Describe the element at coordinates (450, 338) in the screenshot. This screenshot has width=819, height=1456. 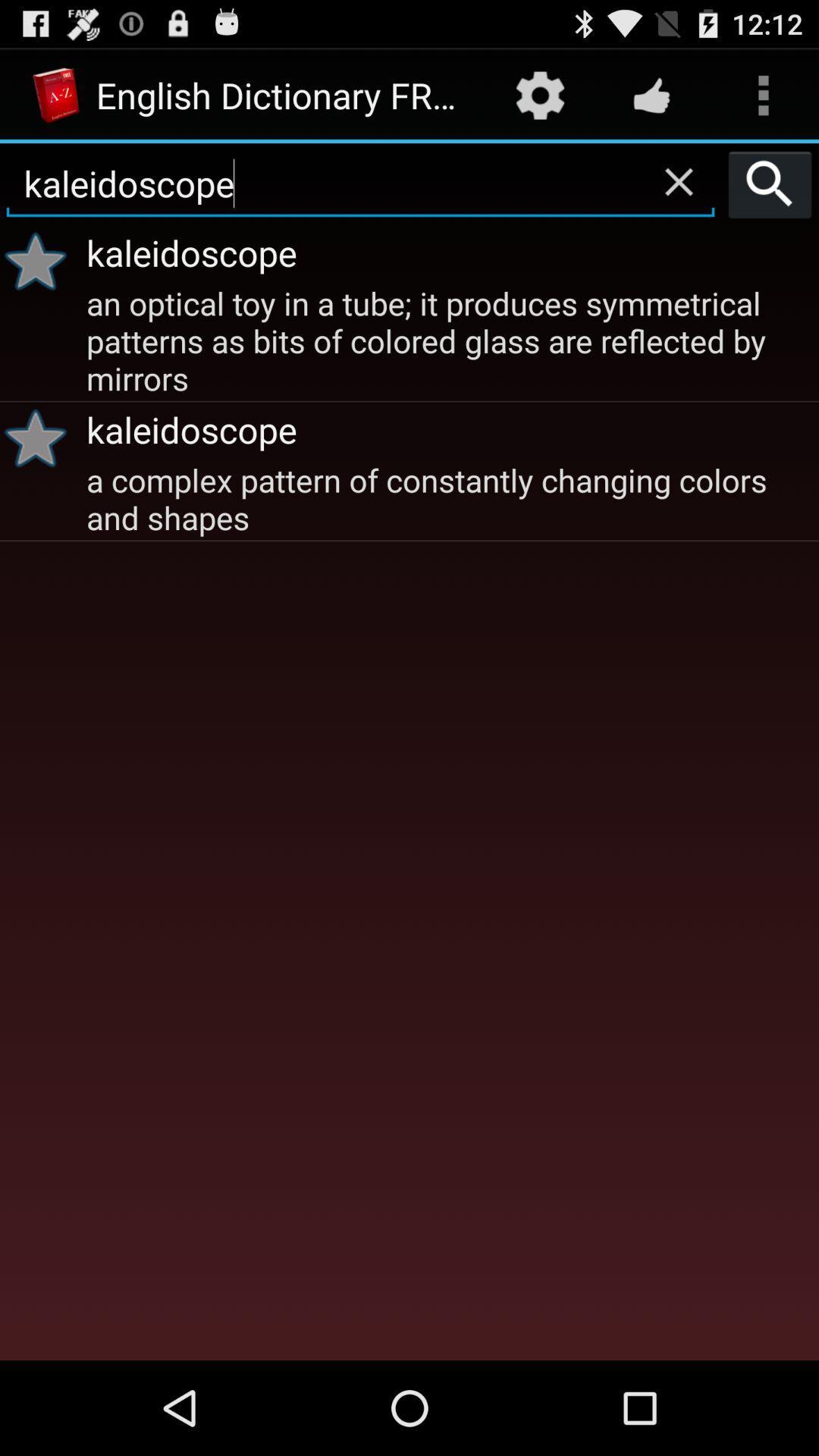
I see `the an optical toy icon` at that location.